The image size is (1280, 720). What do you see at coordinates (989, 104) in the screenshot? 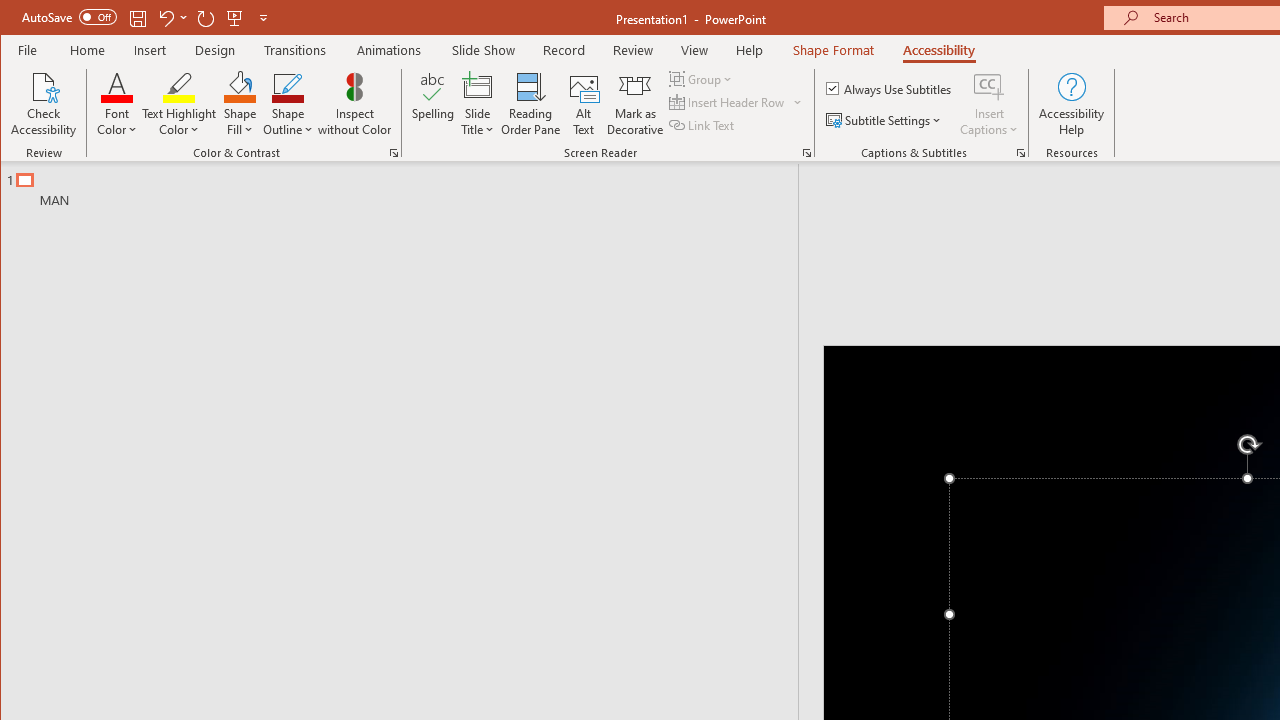
I see `'Insert Captions'` at bounding box center [989, 104].